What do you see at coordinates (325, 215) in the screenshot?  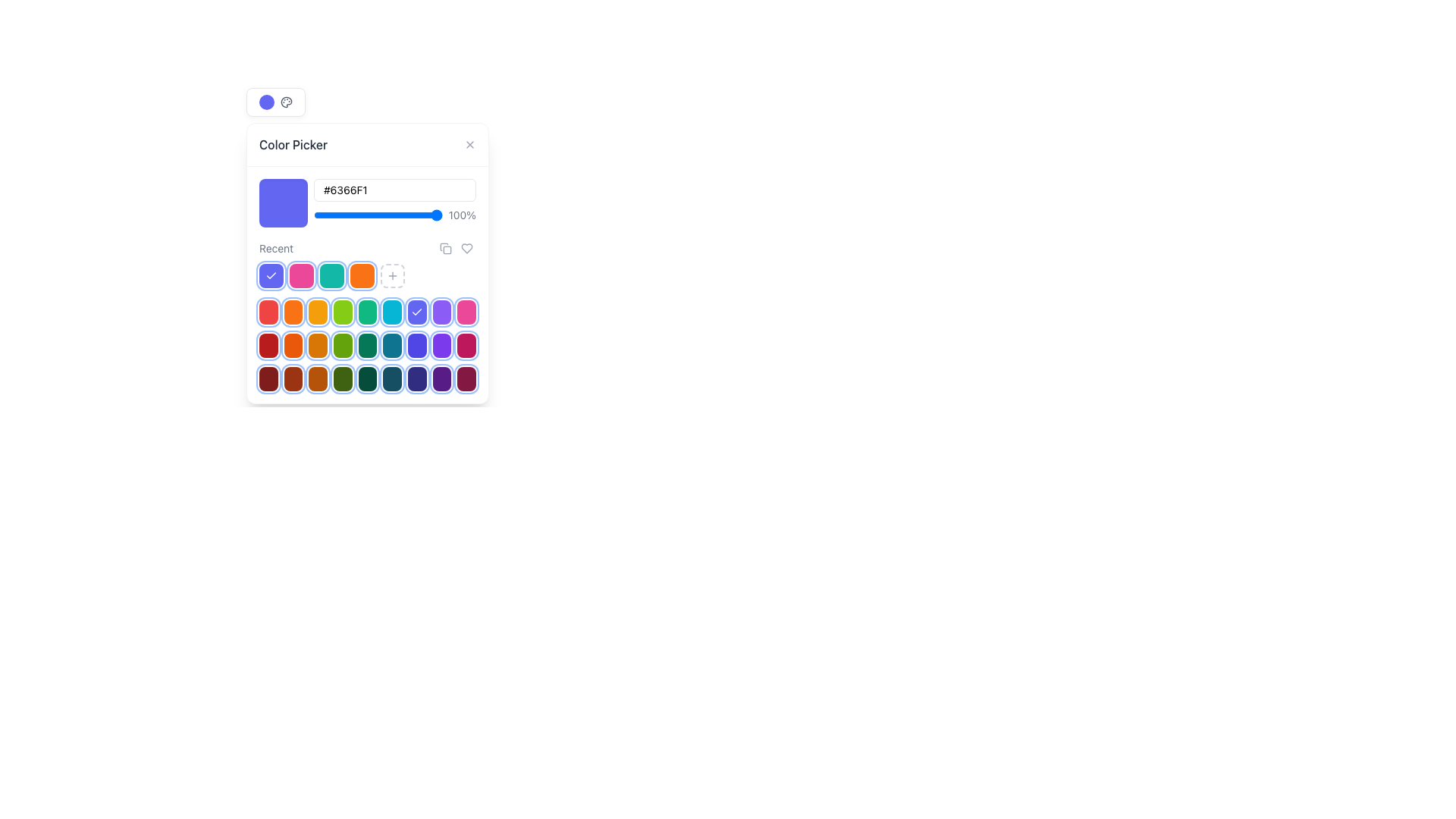 I see `the slider value` at bounding box center [325, 215].